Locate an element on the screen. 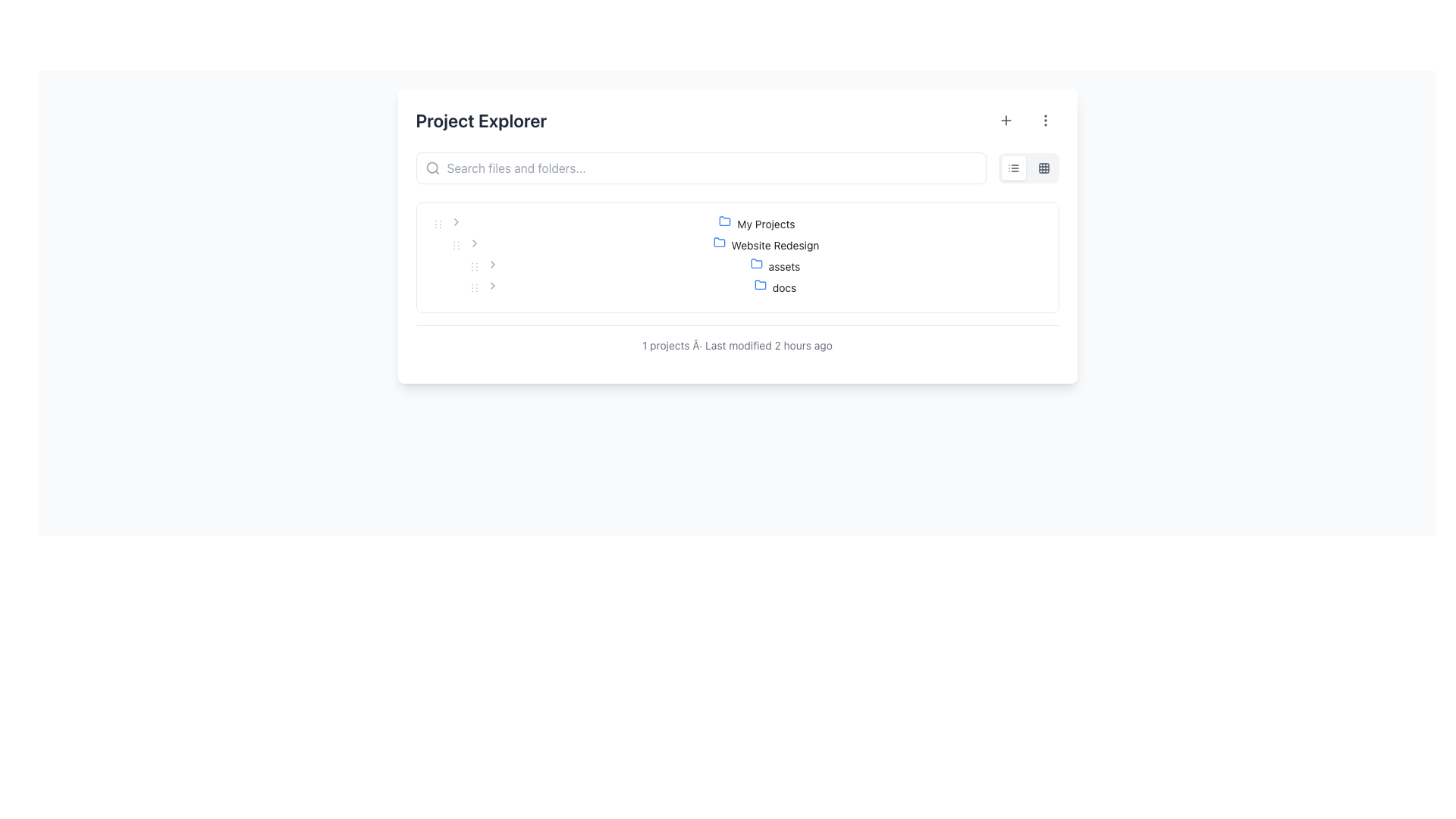  the static text label reading 'Project Explorer', which is styled with a large bold font and dark gray color, located in the top-left corner of the explorer section is located at coordinates (480, 119).